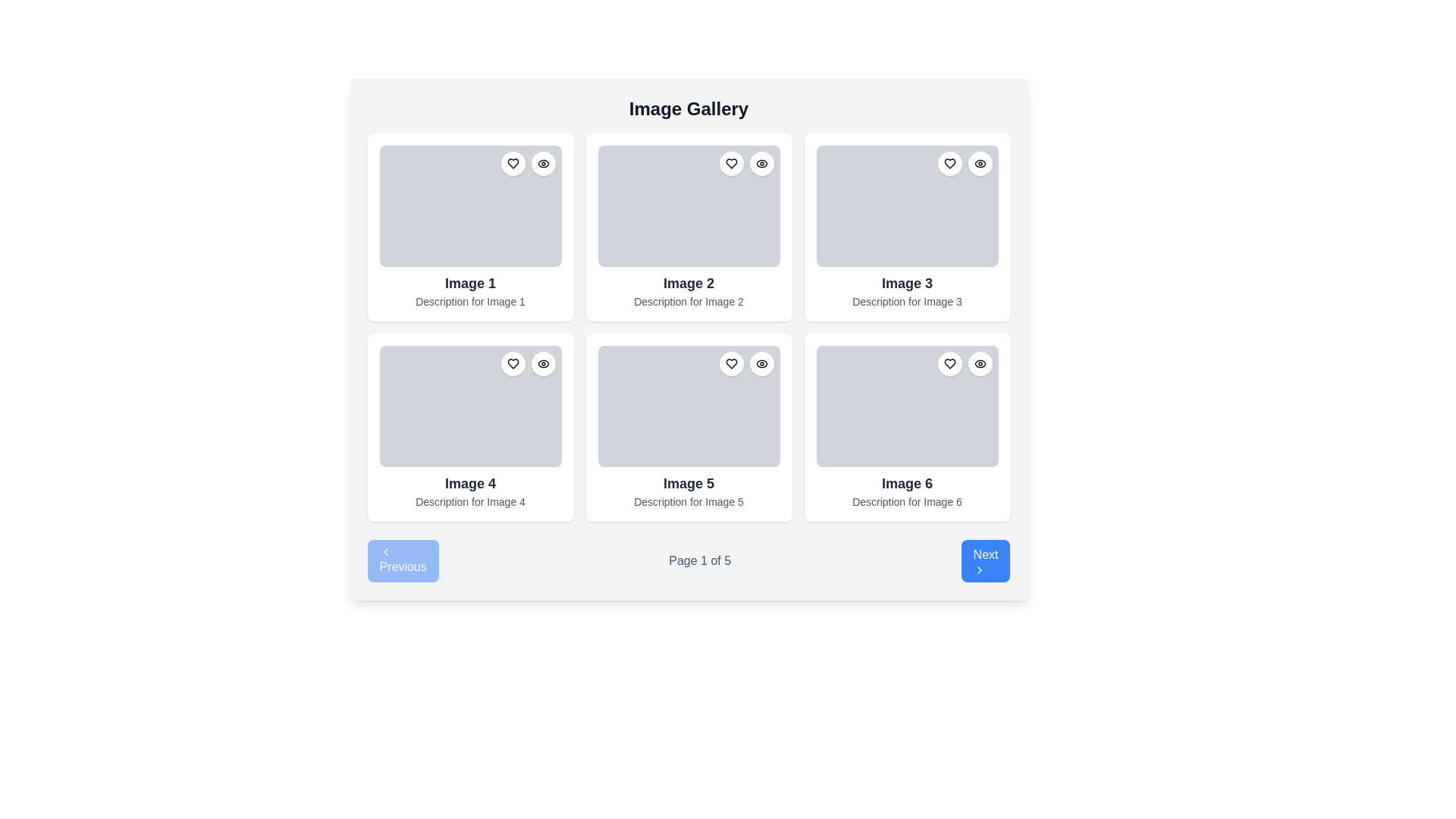  Describe the element at coordinates (513, 164) in the screenshot. I see `the circular button with a white background and black heart icon located in the top-right corner of the first image card labeled 'Image 1'` at that location.